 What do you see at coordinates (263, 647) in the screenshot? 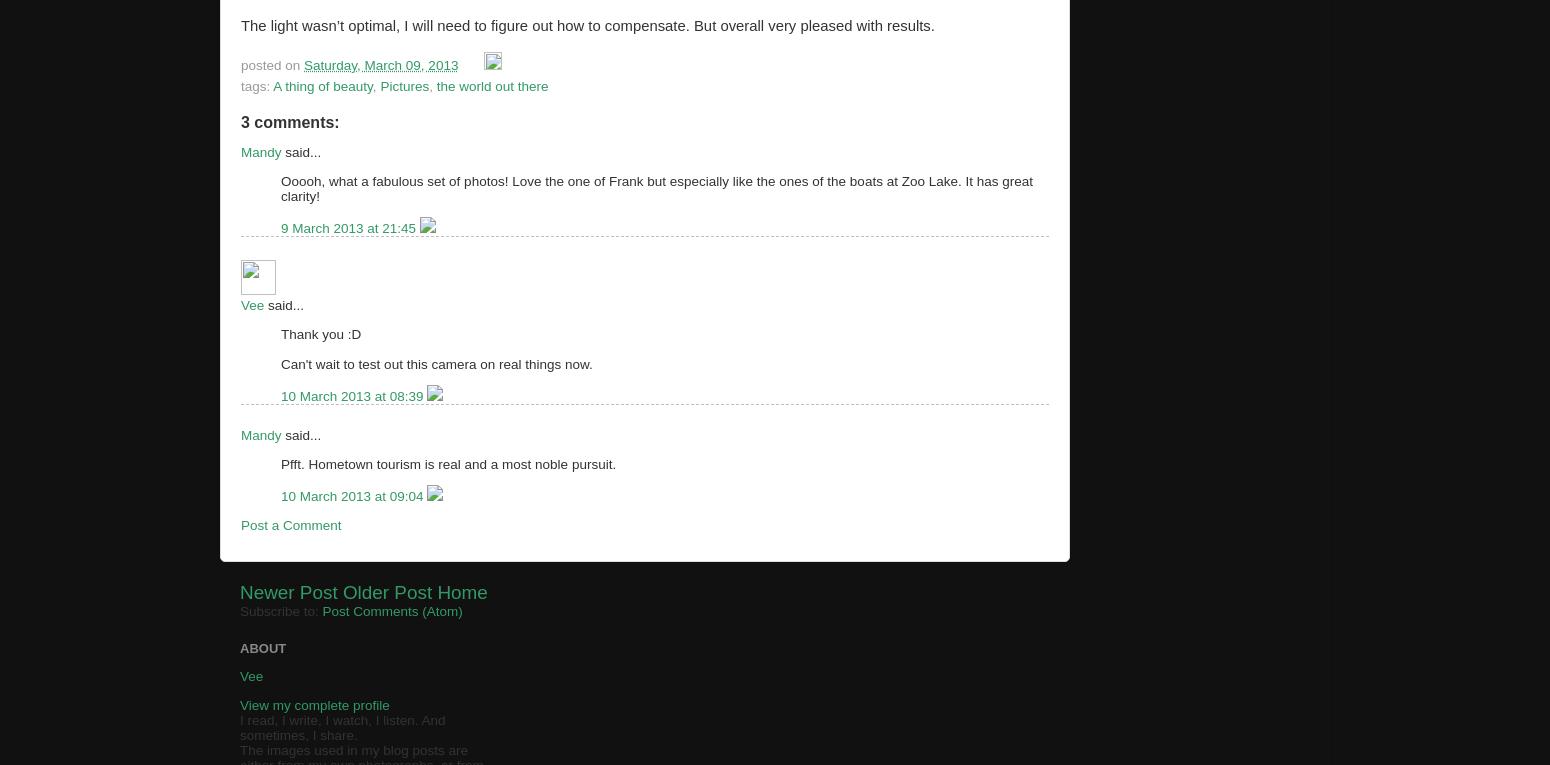
I see `'About'` at bounding box center [263, 647].